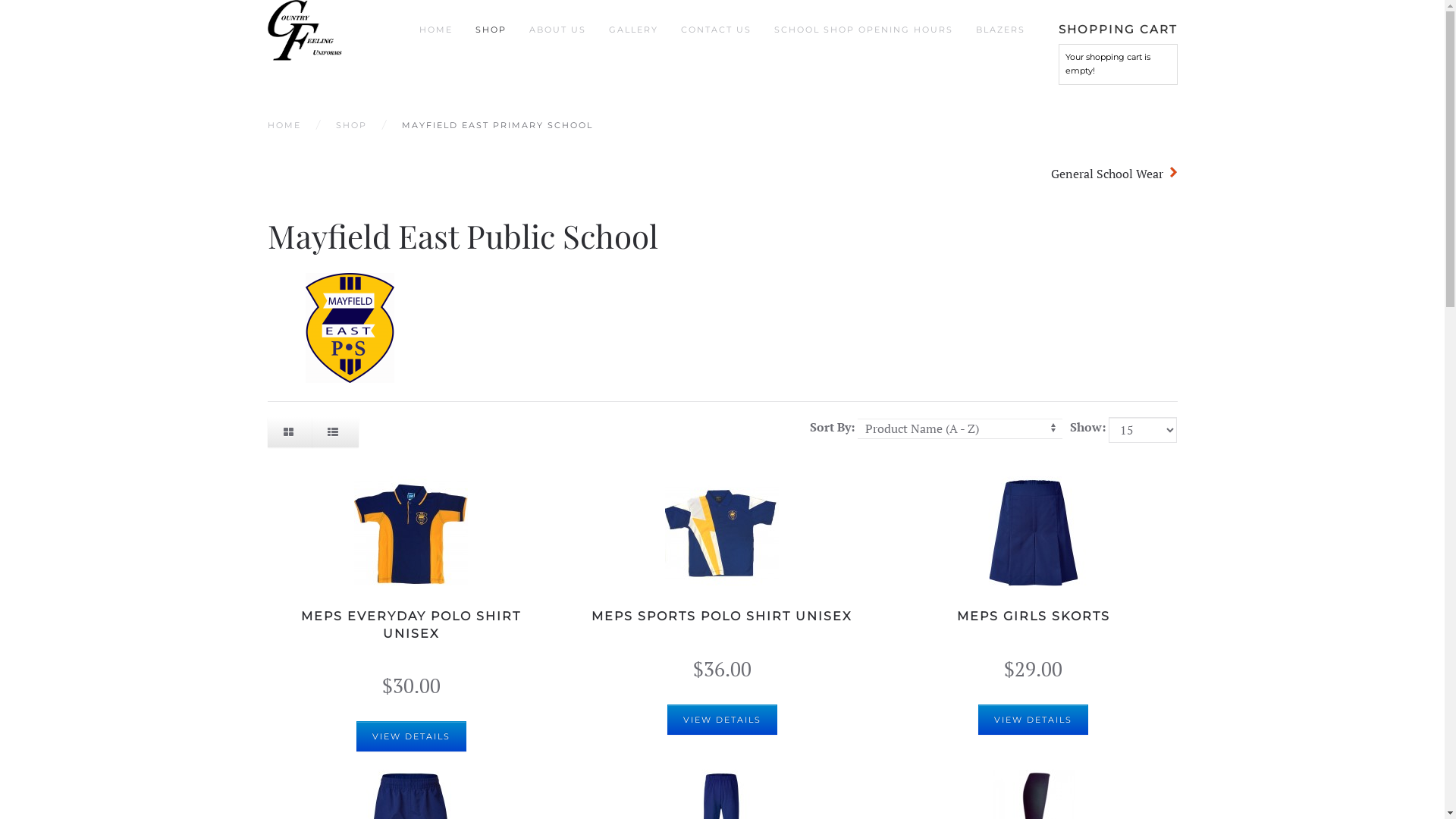 The image size is (1456, 819). Describe the element at coordinates (976, 532) in the screenshot. I see `'MEPS Girls Skorts'` at that location.